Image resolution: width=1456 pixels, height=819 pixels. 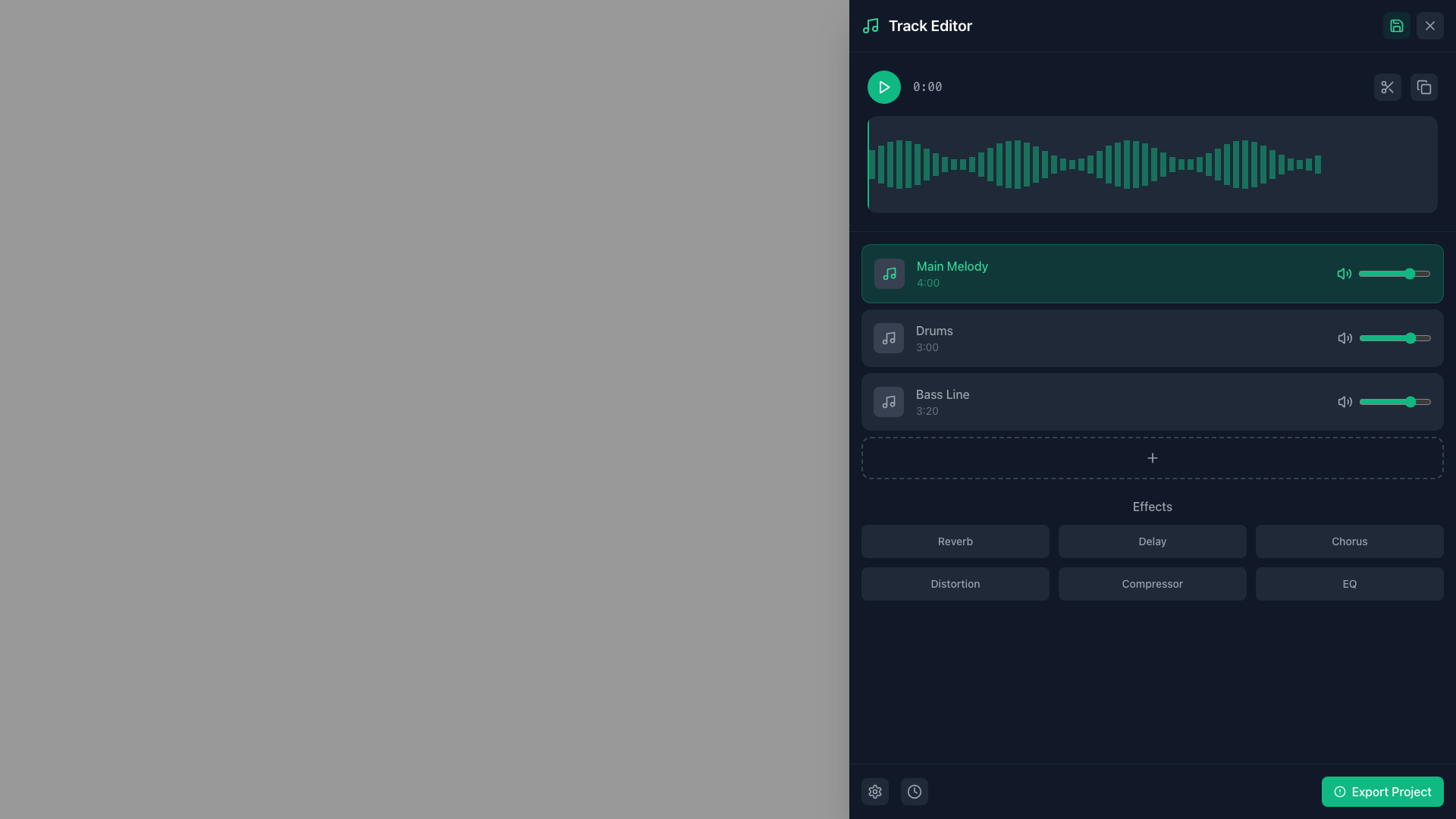 I want to click on the speaker icon with a wave pattern located in the green-highlighted track row, so click(x=1341, y=274).